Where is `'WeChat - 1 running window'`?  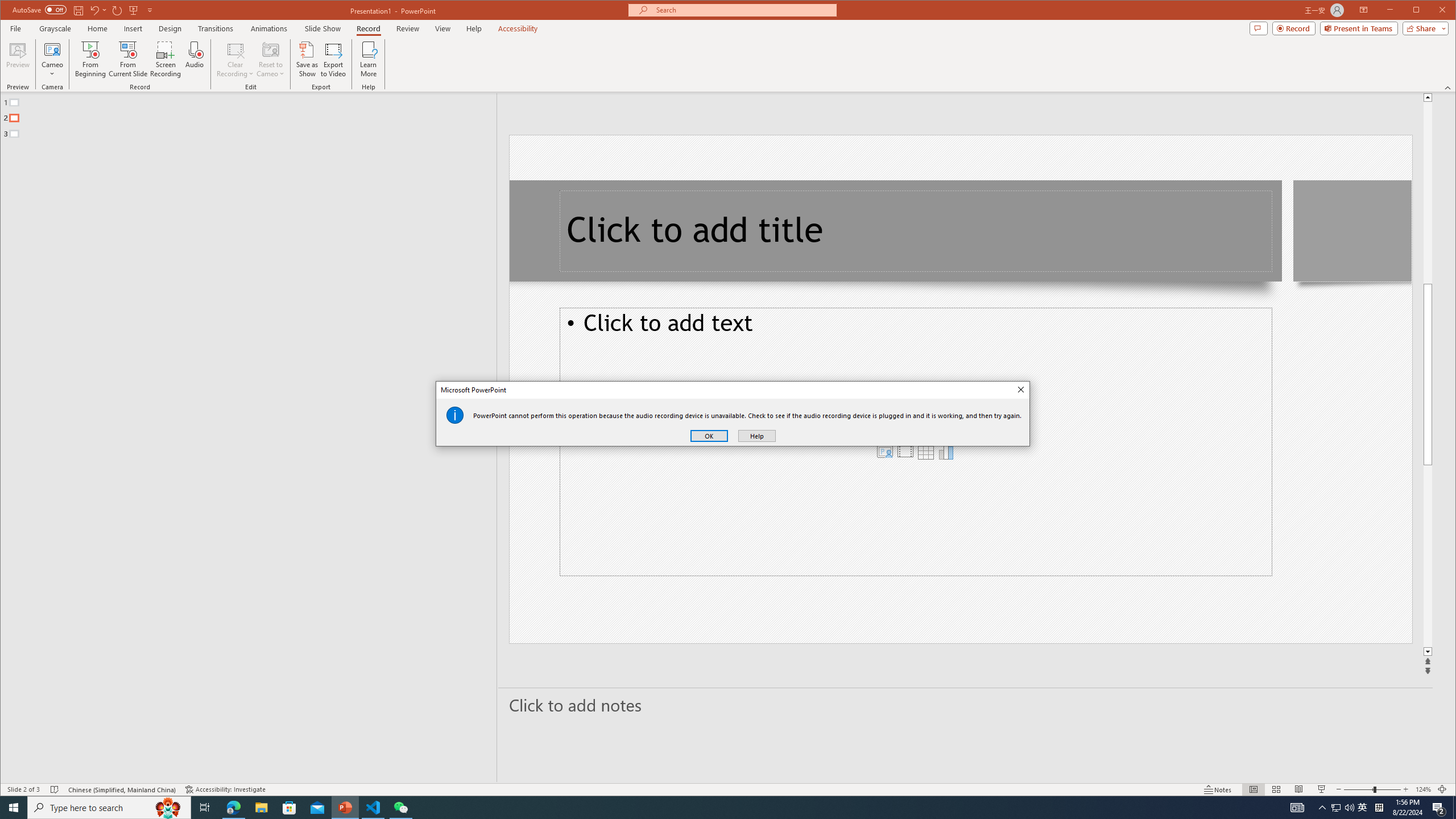
'WeChat - 1 running window' is located at coordinates (401, 806).